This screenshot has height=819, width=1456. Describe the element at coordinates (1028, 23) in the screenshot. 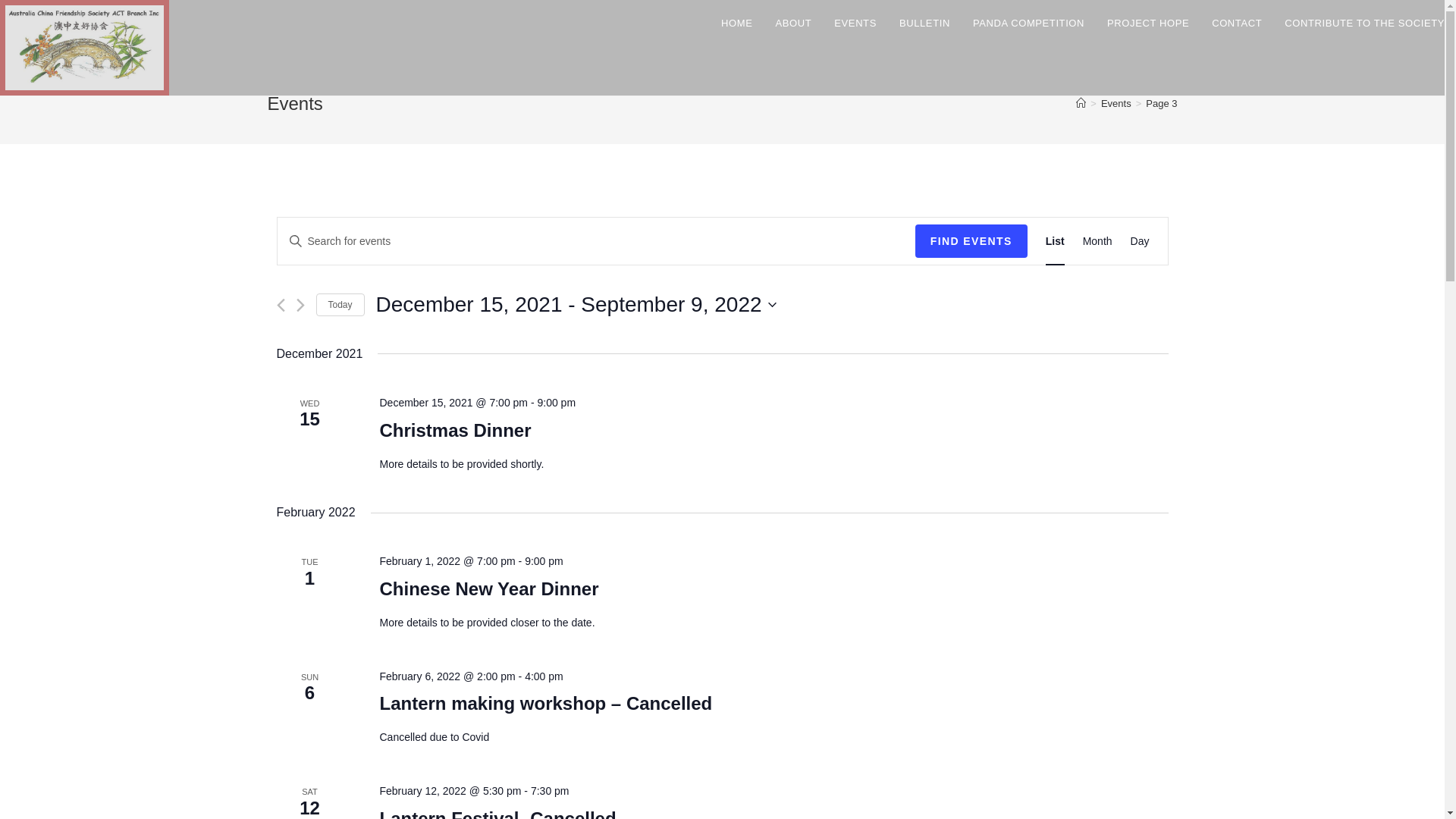

I see `'PANDA COMPETITION'` at that location.